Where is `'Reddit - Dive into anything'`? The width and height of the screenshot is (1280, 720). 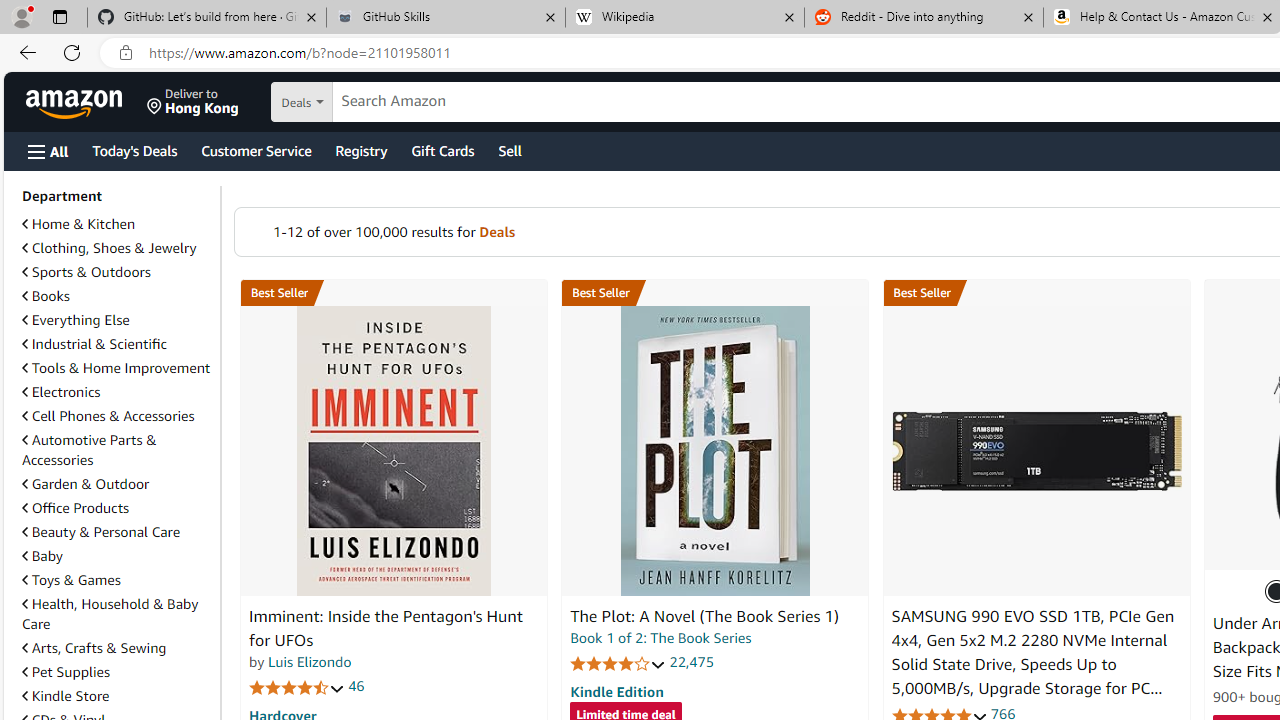 'Reddit - Dive into anything' is located at coordinates (923, 17).